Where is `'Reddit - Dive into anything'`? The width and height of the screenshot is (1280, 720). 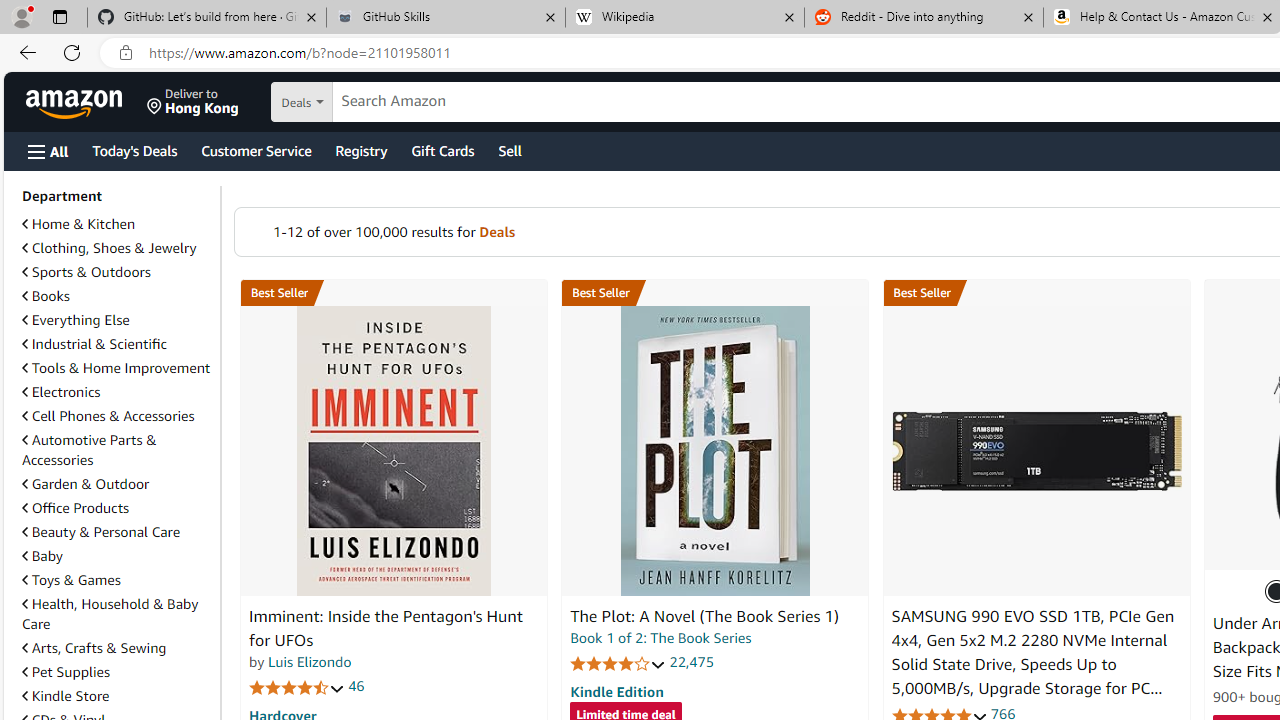 'Reddit - Dive into anything' is located at coordinates (923, 17).